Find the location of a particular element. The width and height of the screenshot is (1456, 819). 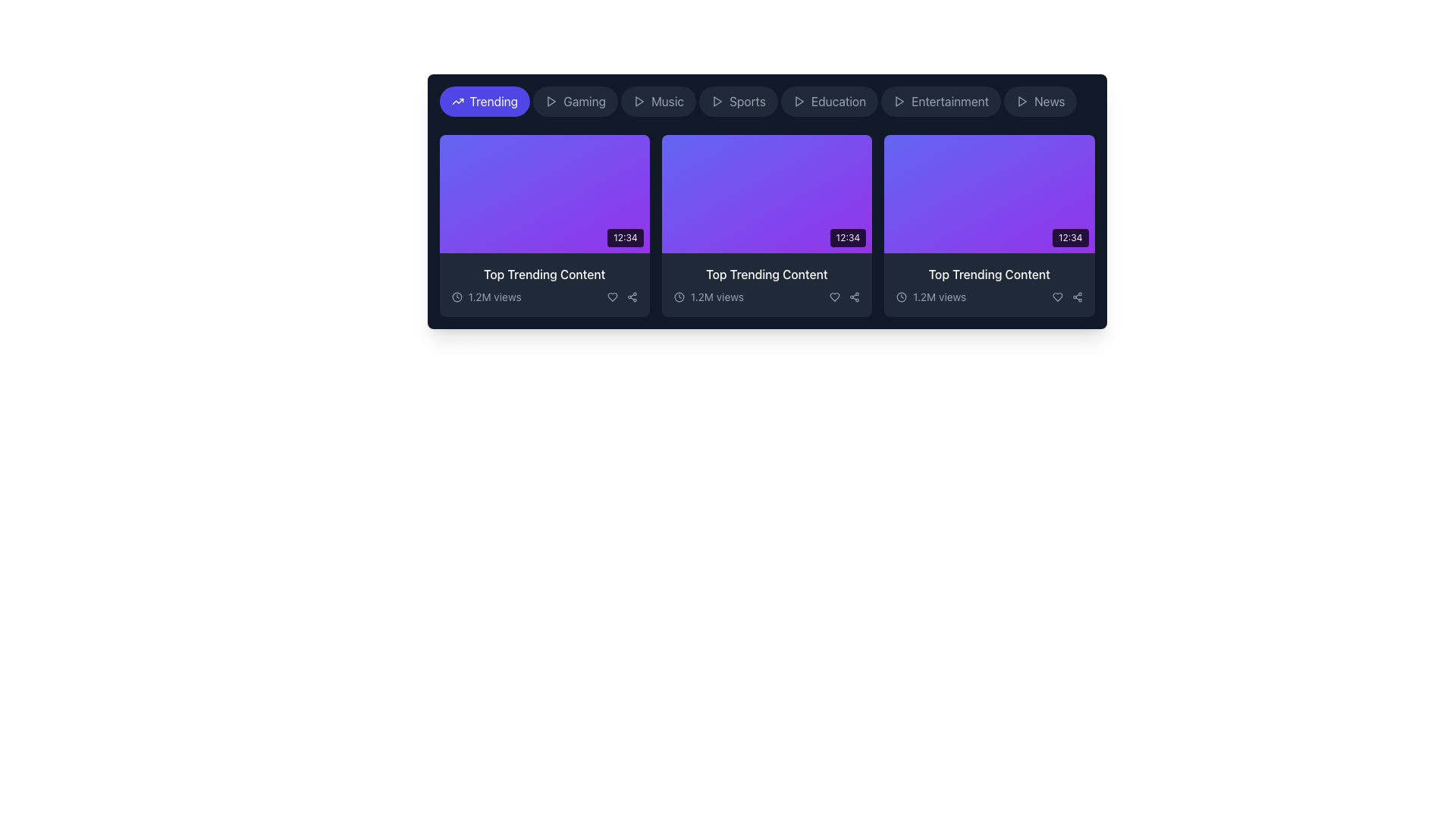

the Thumbnail preview element displaying the duration '12:34' is located at coordinates (544, 193).